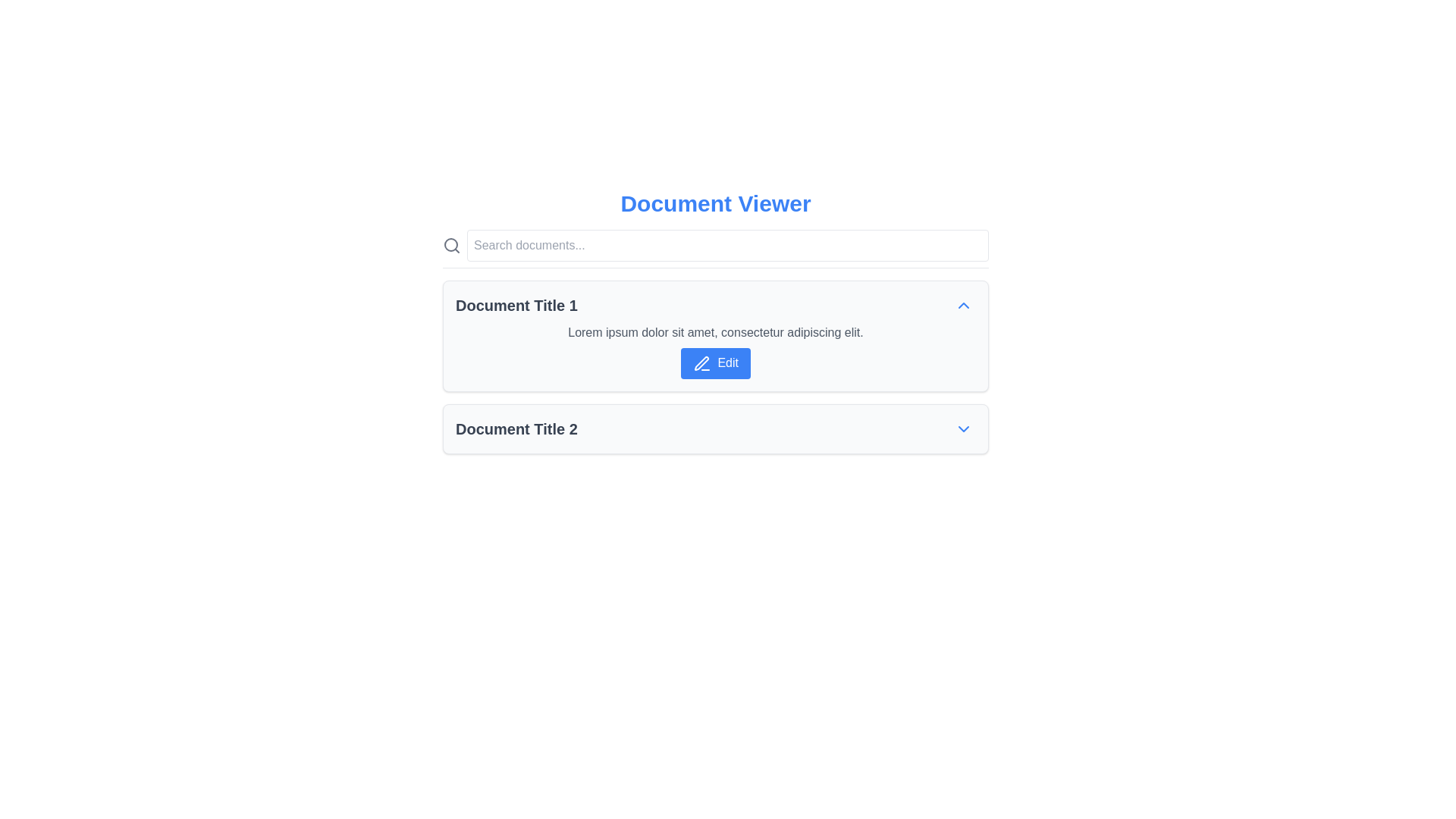 Image resolution: width=1456 pixels, height=819 pixels. I want to click on the small blue and gray pen icon located above the 'Edit' button in the first document's visible section, so click(701, 363).